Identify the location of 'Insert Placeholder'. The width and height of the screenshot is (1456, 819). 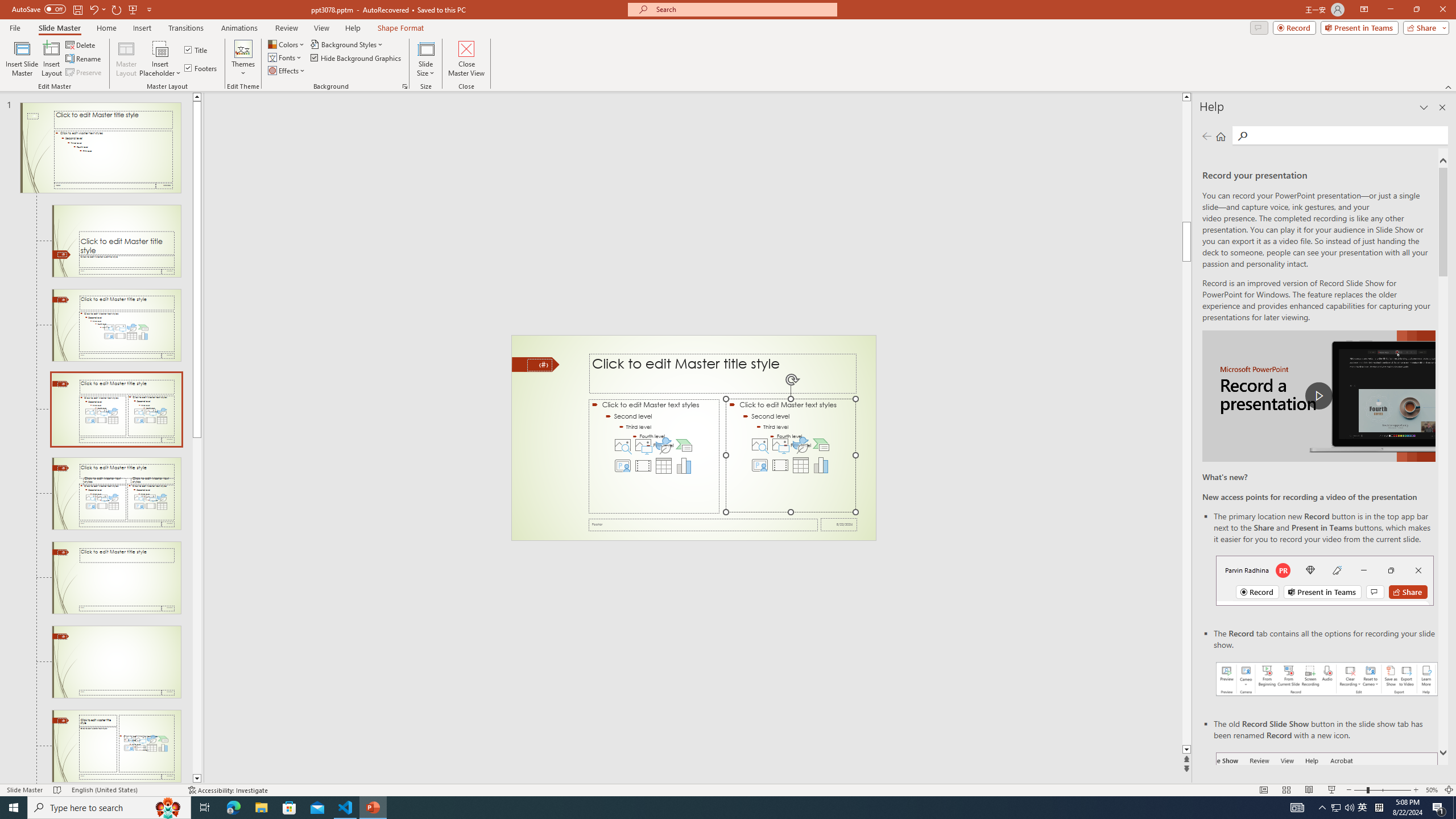
(160, 59).